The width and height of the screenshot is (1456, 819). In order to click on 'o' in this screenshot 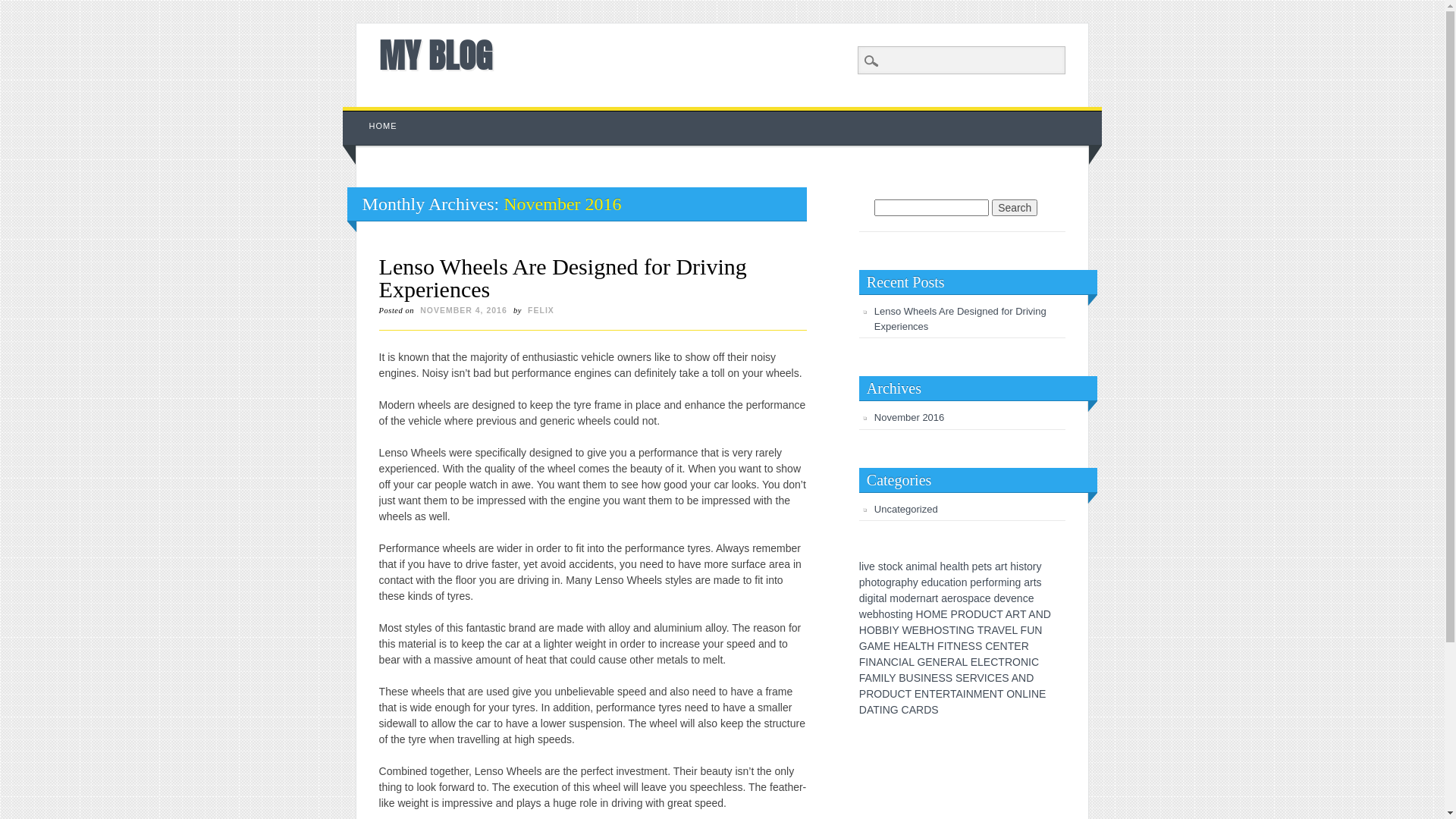, I will do `click(889, 566)`.